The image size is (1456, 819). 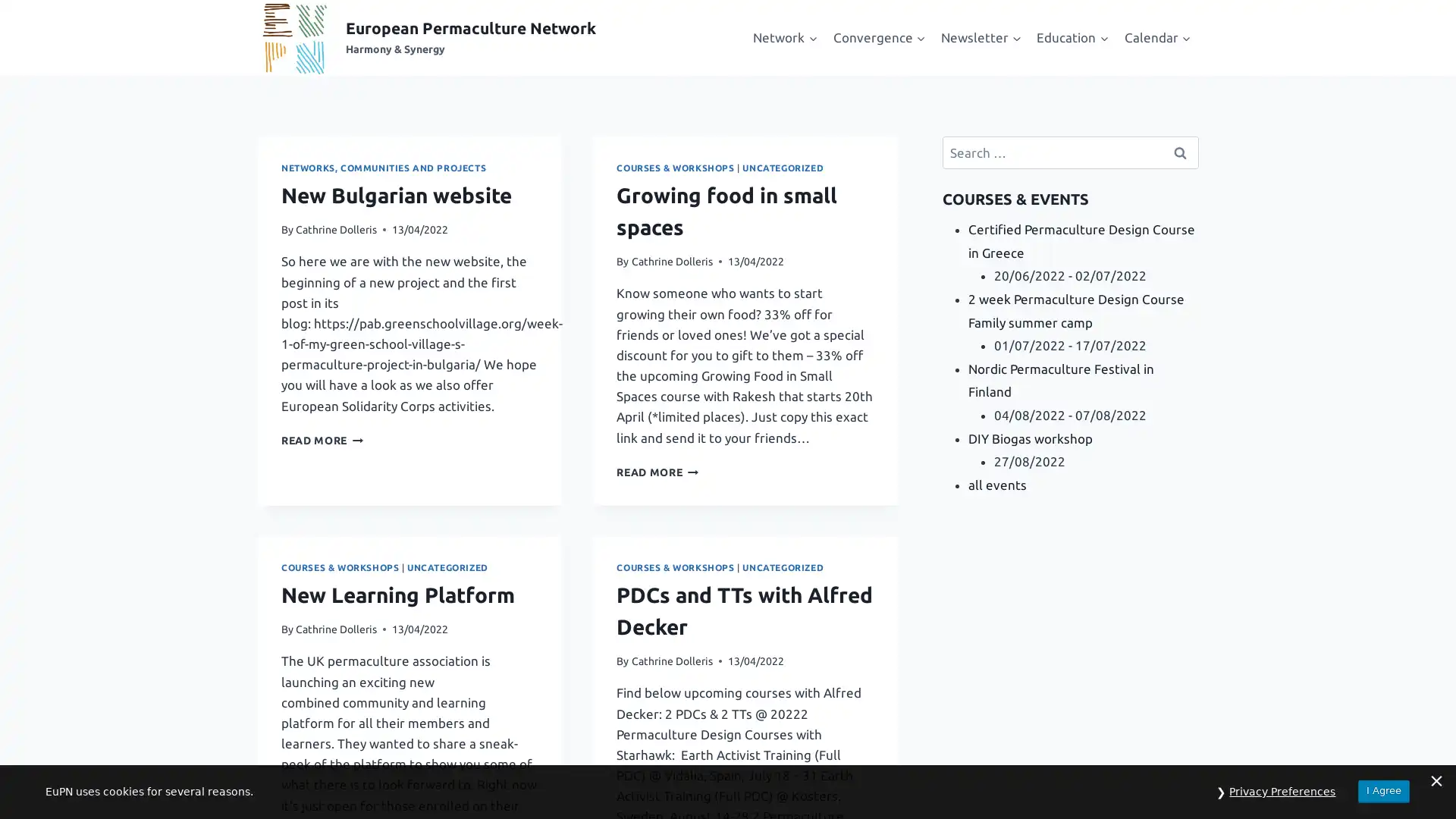 I want to click on Expand child menu, so click(x=981, y=36).